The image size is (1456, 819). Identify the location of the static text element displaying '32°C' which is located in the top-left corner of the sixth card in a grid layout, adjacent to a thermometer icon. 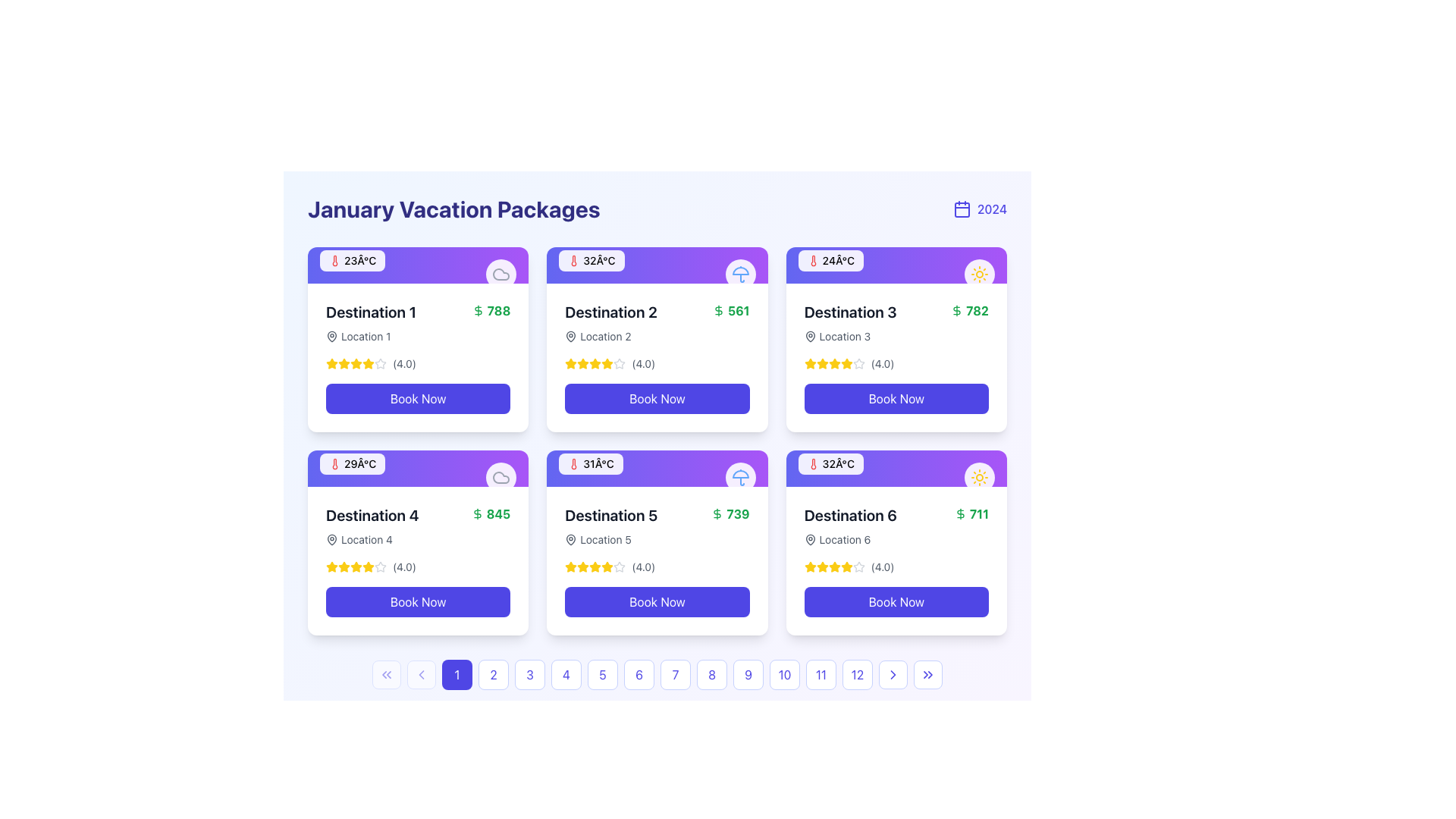
(837, 463).